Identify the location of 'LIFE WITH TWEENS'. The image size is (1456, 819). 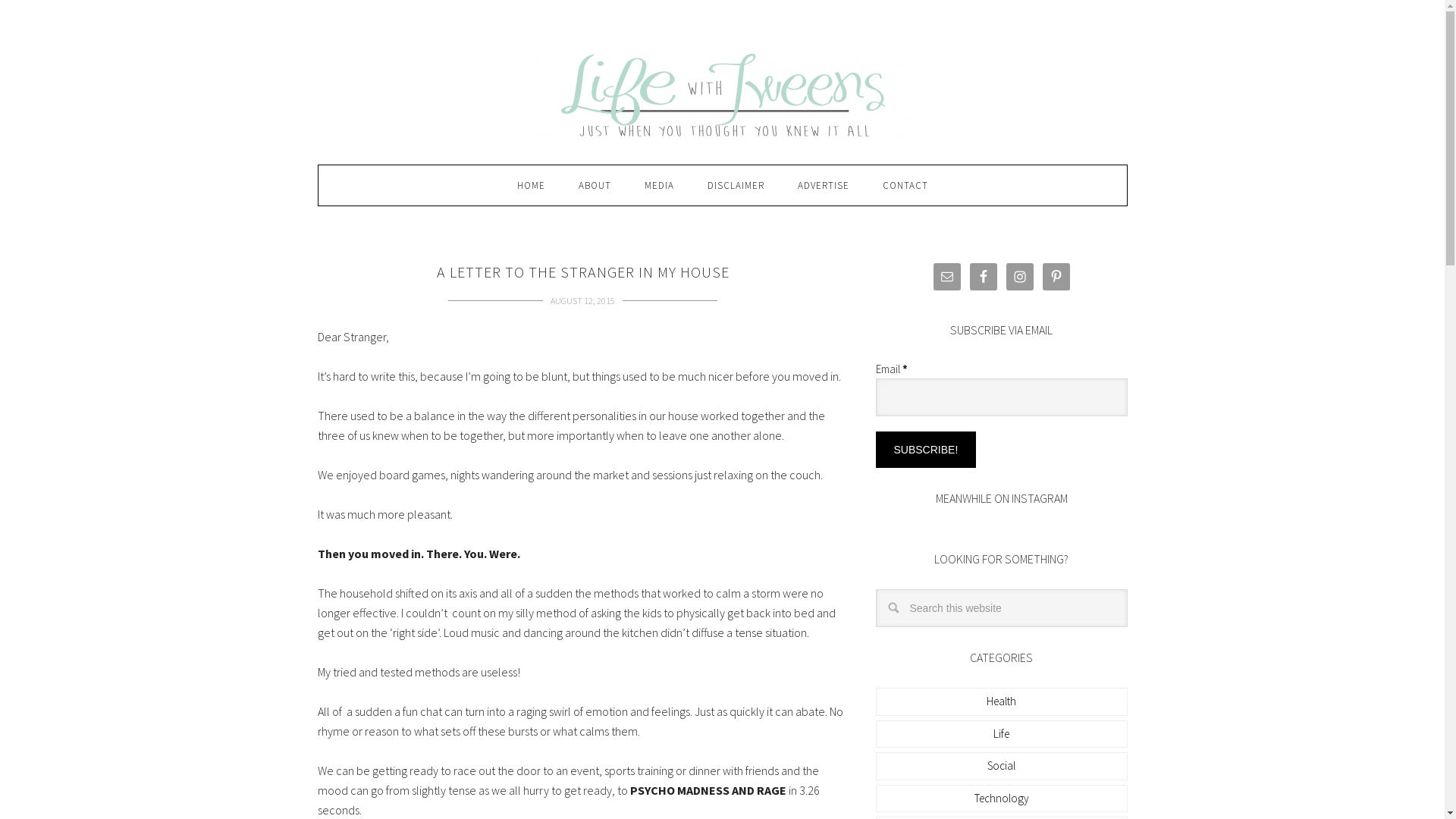
(720, 95).